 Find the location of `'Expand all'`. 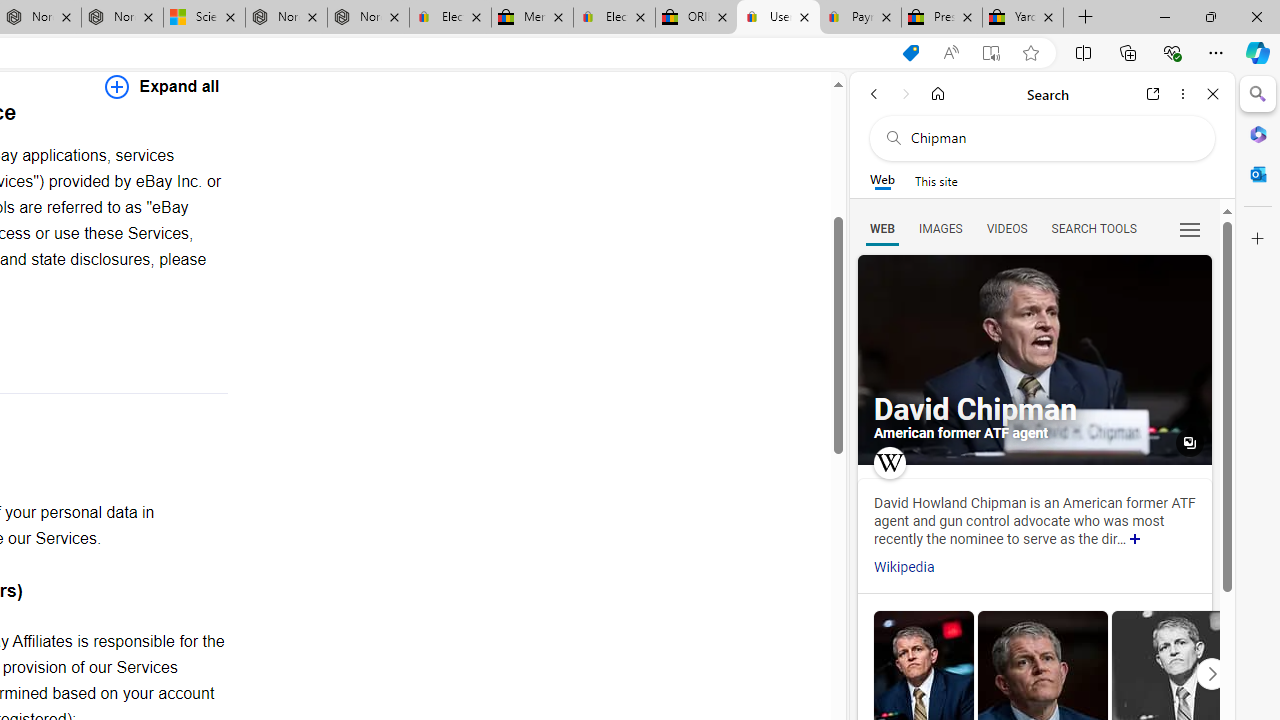

'Expand all' is located at coordinates (162, 85).